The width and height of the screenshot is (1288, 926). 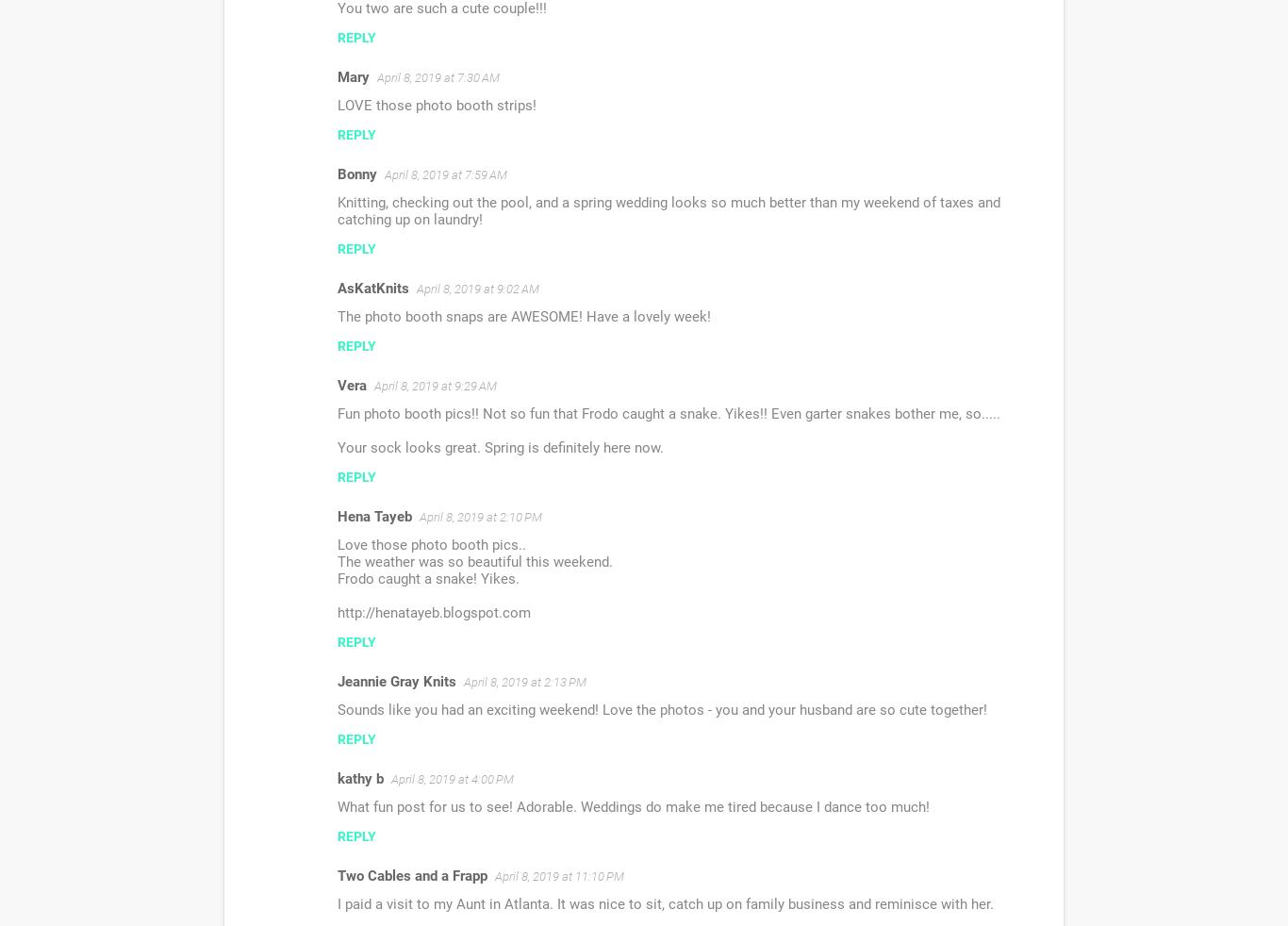 I want to click on 'Sounds like you had an exciting weekend!  Love the photos - you and your husband are so cute together!', so click(x=337, y=709).